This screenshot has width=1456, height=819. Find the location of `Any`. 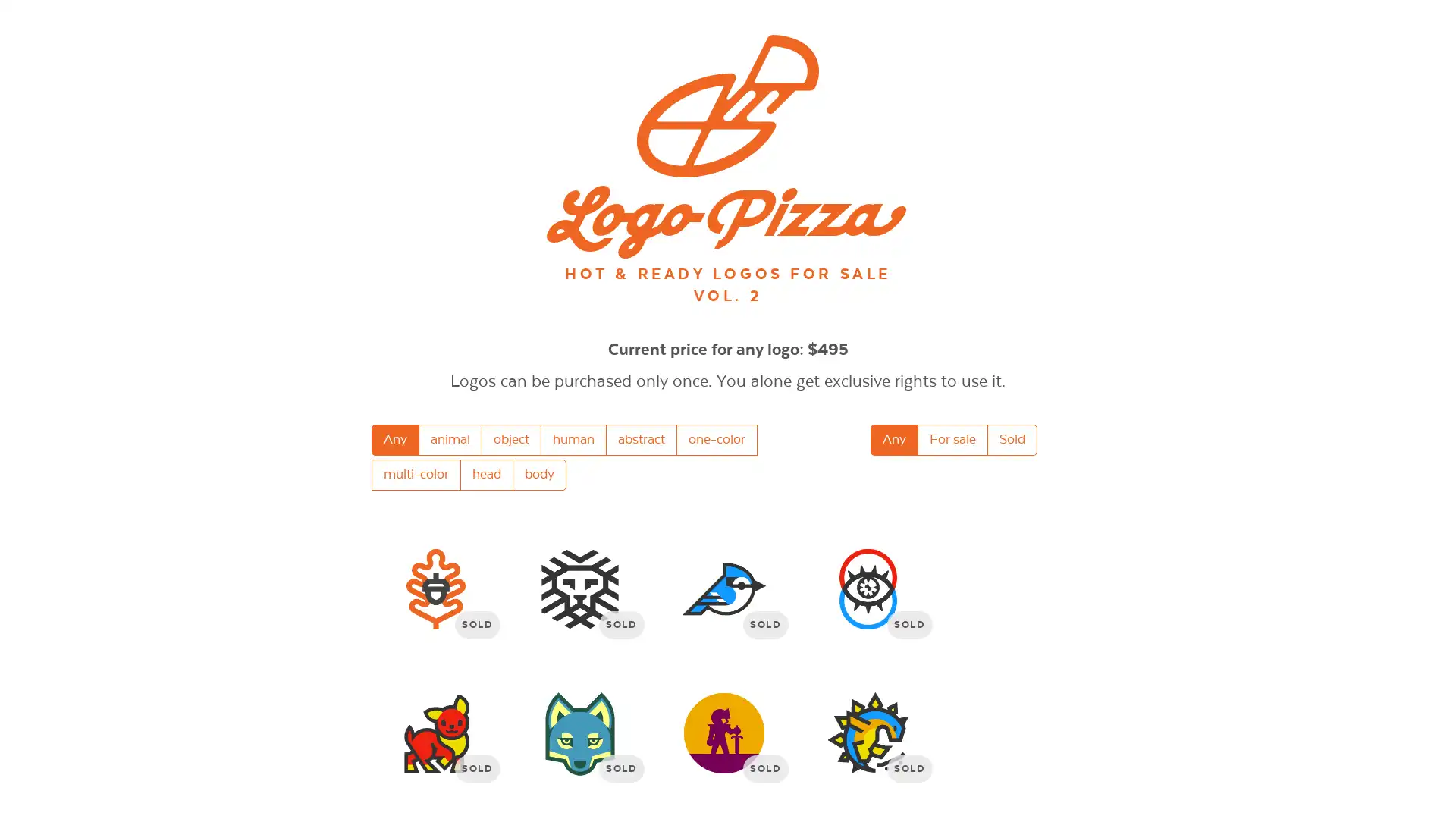

Any is located at coordinates (894, 440).